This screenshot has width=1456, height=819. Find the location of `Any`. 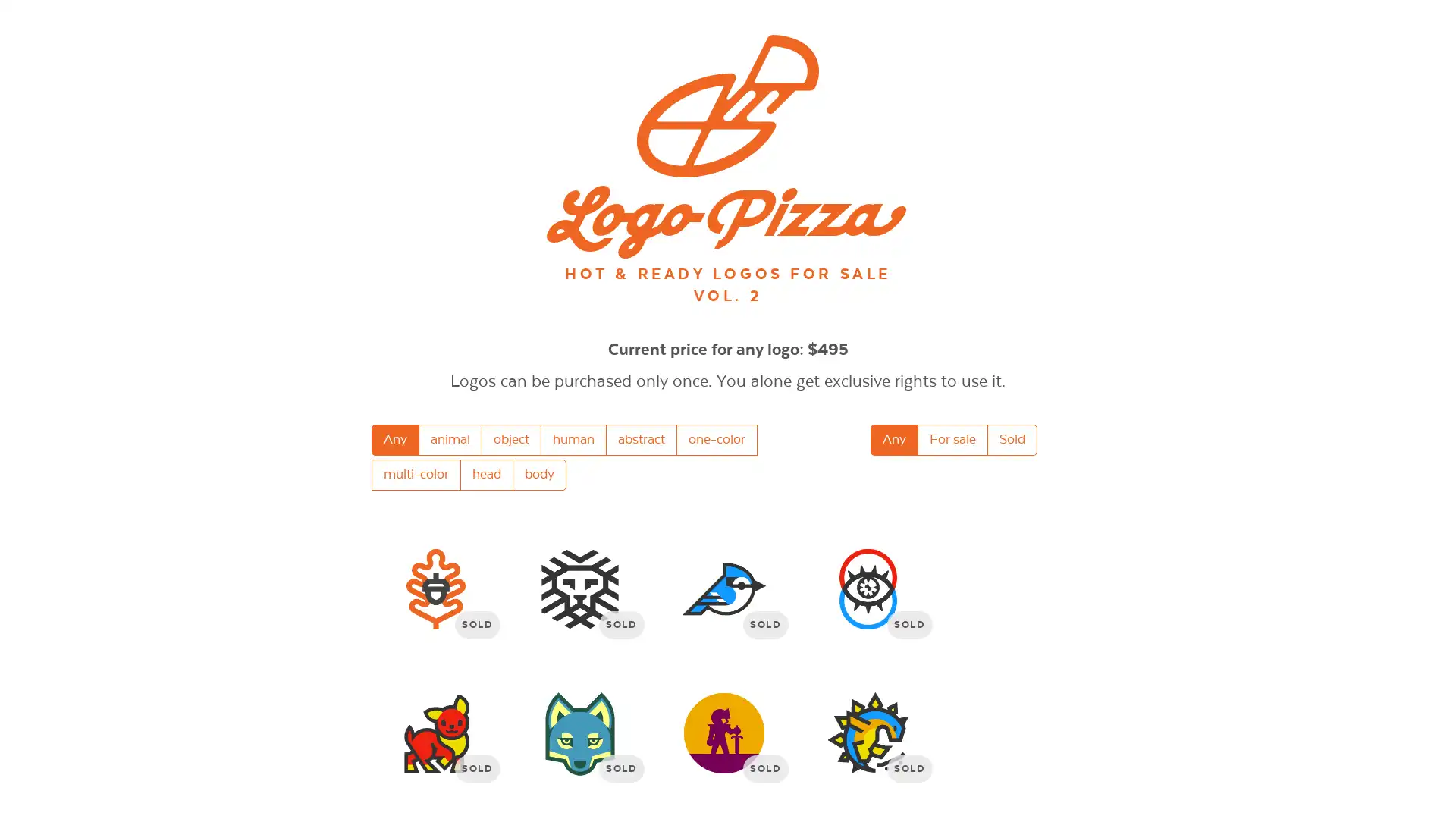

Any is located at coordinates (894, 440).